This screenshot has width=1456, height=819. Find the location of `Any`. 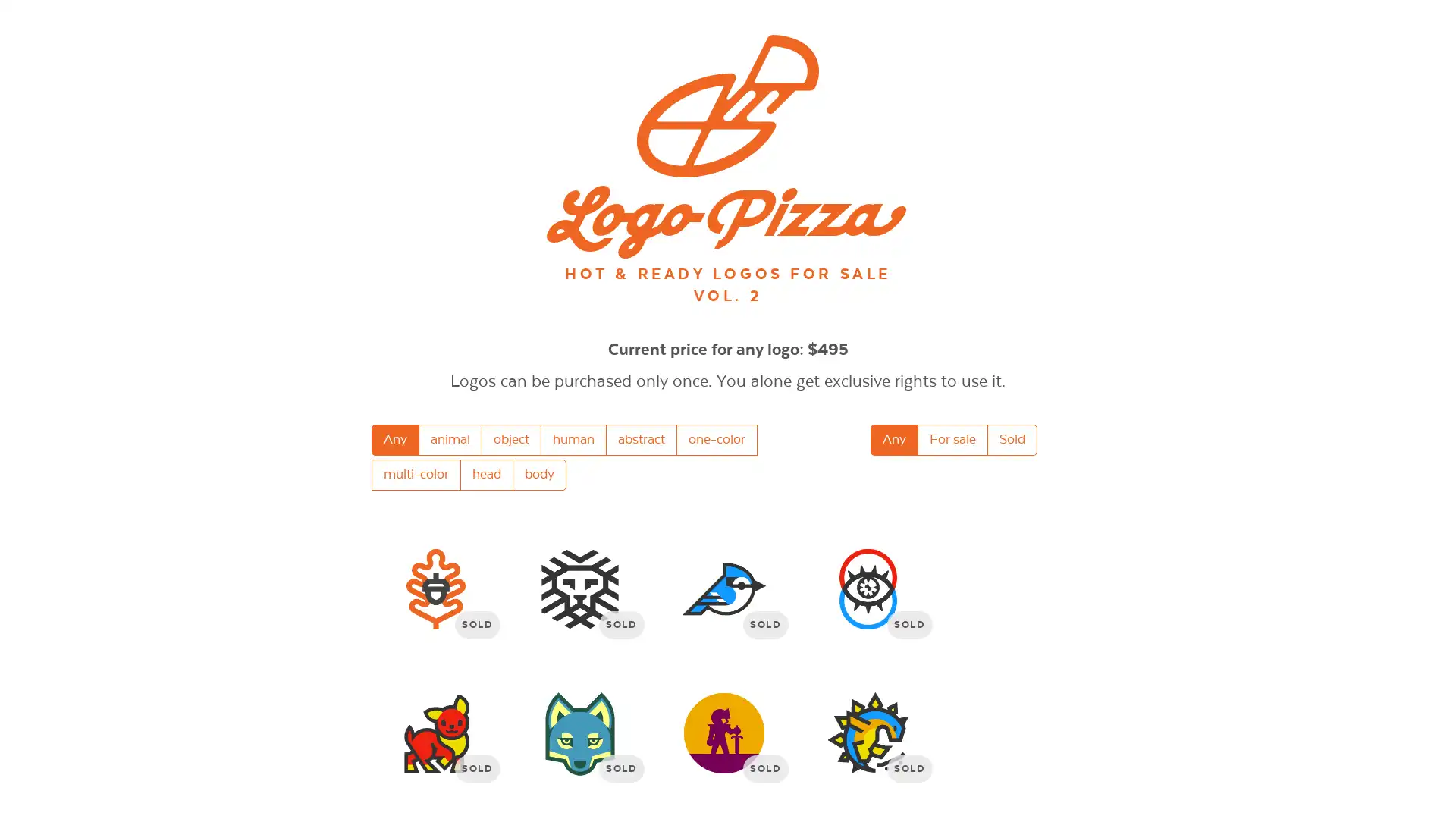

Any is located at coordinates (894, 440).